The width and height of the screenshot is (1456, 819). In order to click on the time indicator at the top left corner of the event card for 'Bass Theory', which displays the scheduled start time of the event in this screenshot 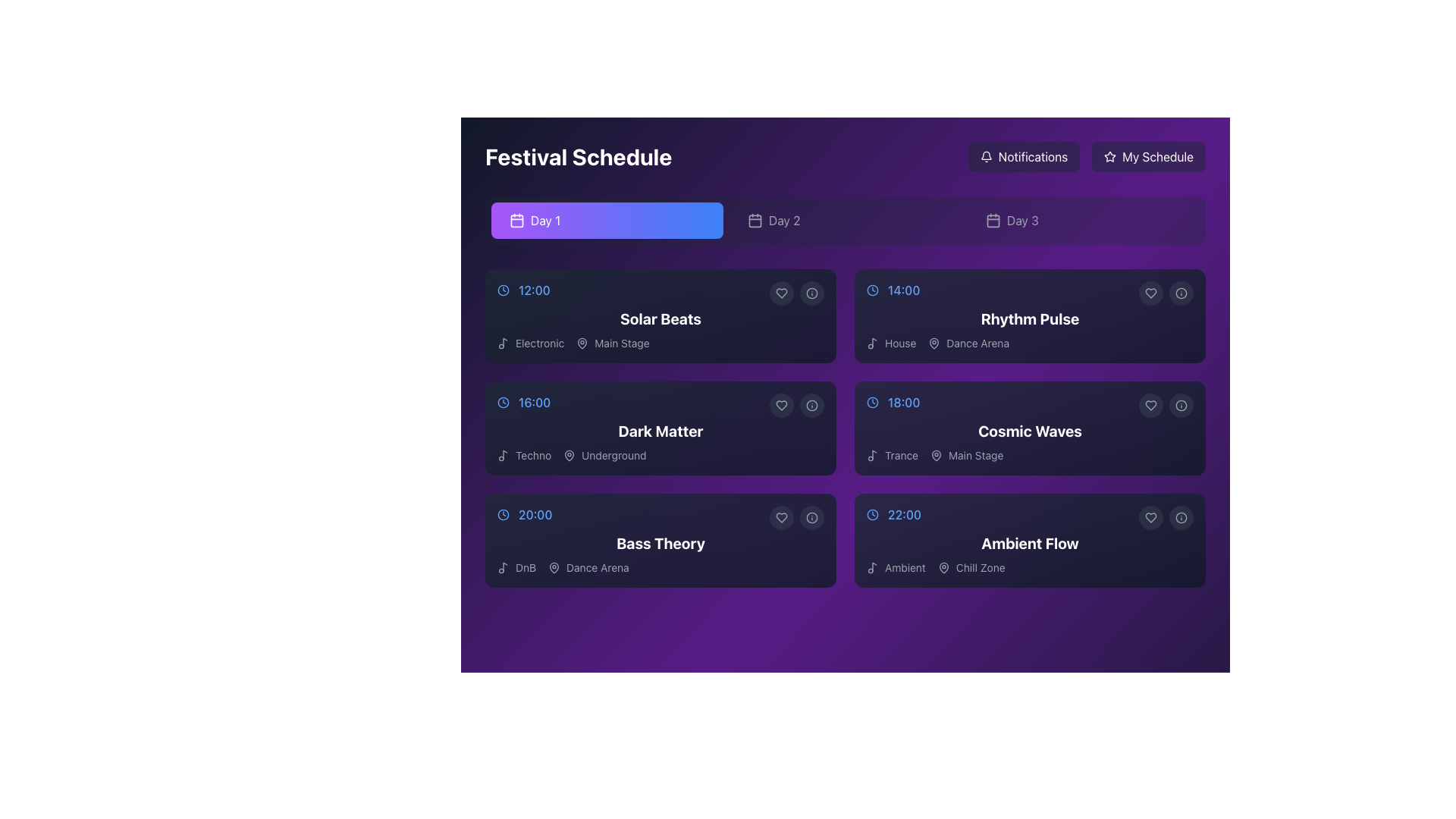, I will do `click(661, 513)`.